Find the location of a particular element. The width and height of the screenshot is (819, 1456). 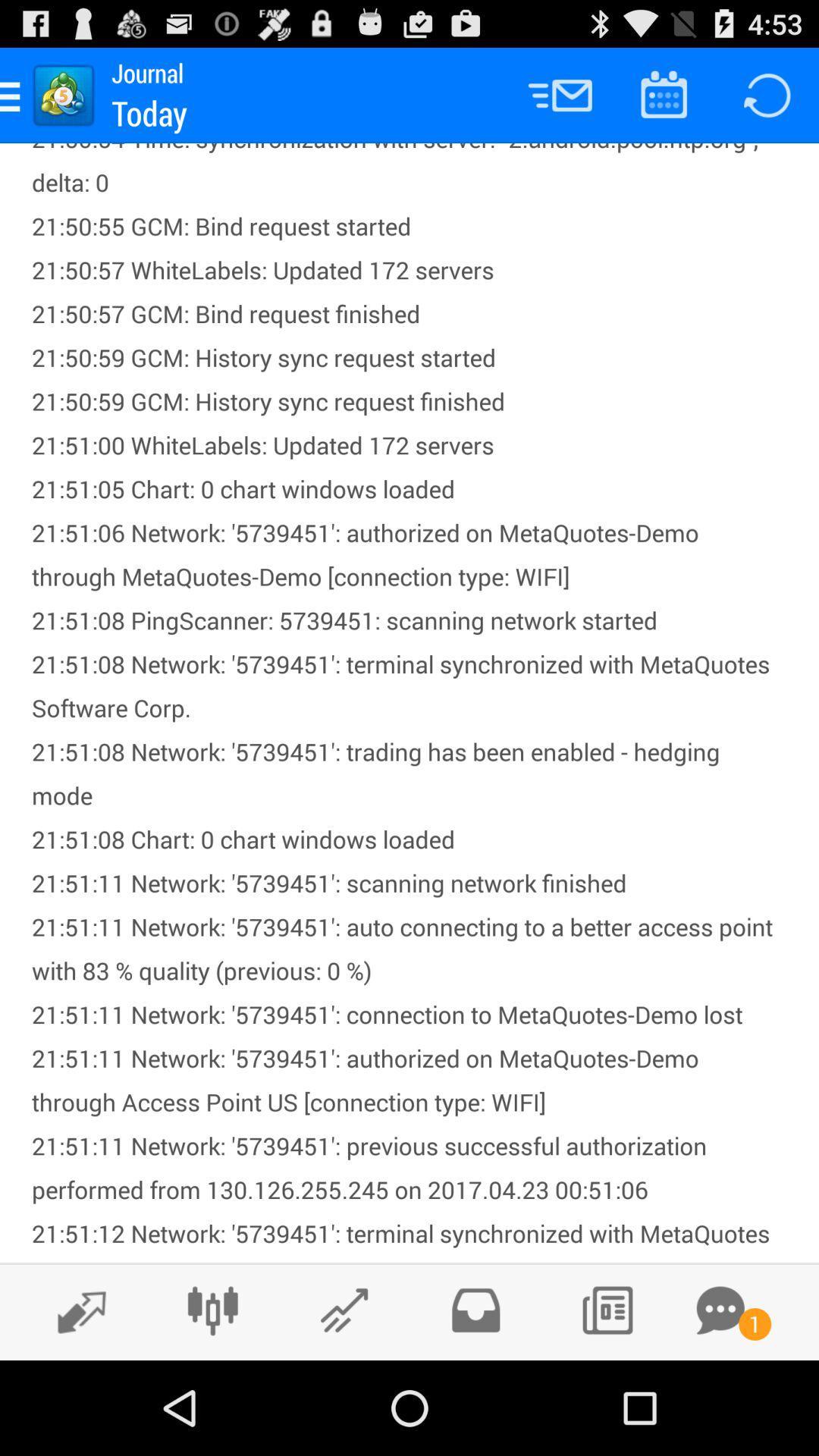

the sliders icon is located at coordinates (212, 1401).